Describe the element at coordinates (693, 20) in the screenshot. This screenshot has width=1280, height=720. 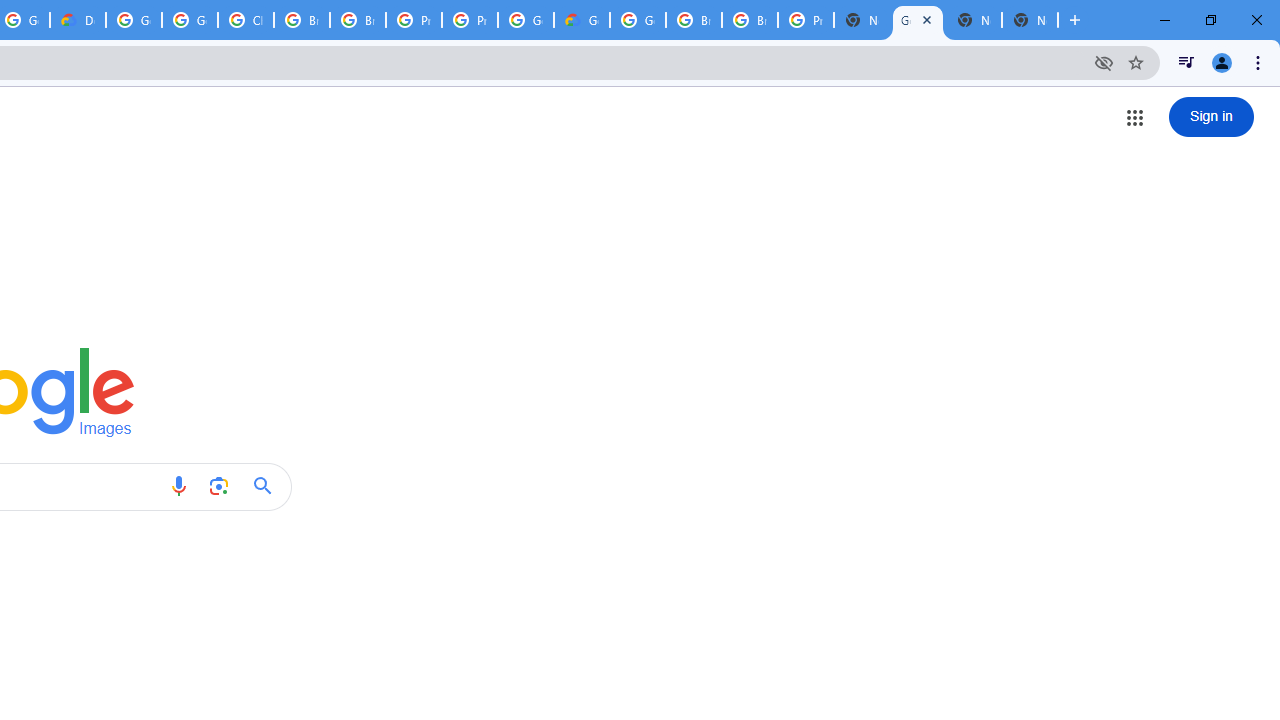
I see `'Browse Chrome as a guest - Computer - Google Chrome Help'` at that location.